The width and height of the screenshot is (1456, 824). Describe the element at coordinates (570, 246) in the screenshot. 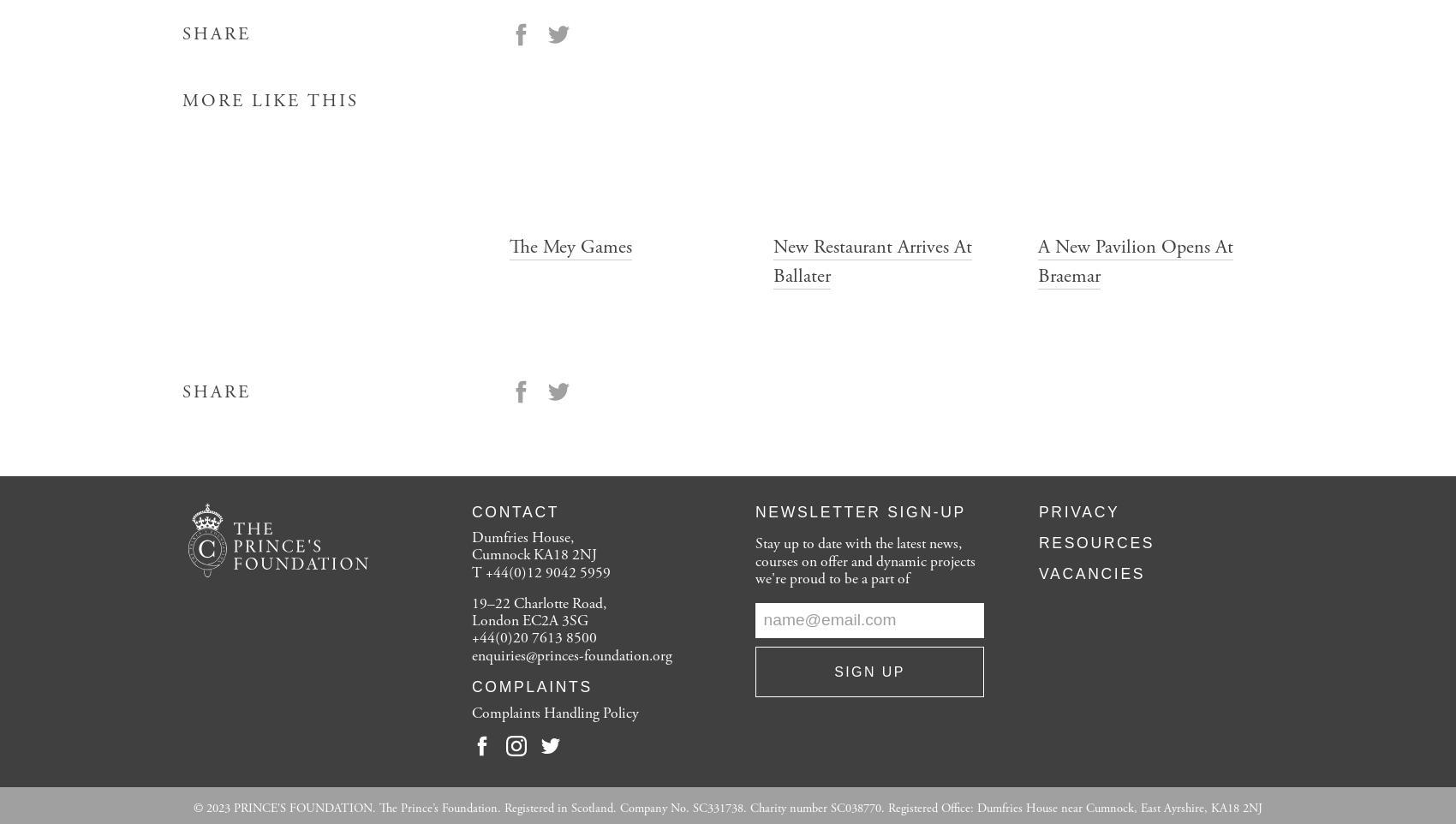

I see `'The Mey Games'` at that location.